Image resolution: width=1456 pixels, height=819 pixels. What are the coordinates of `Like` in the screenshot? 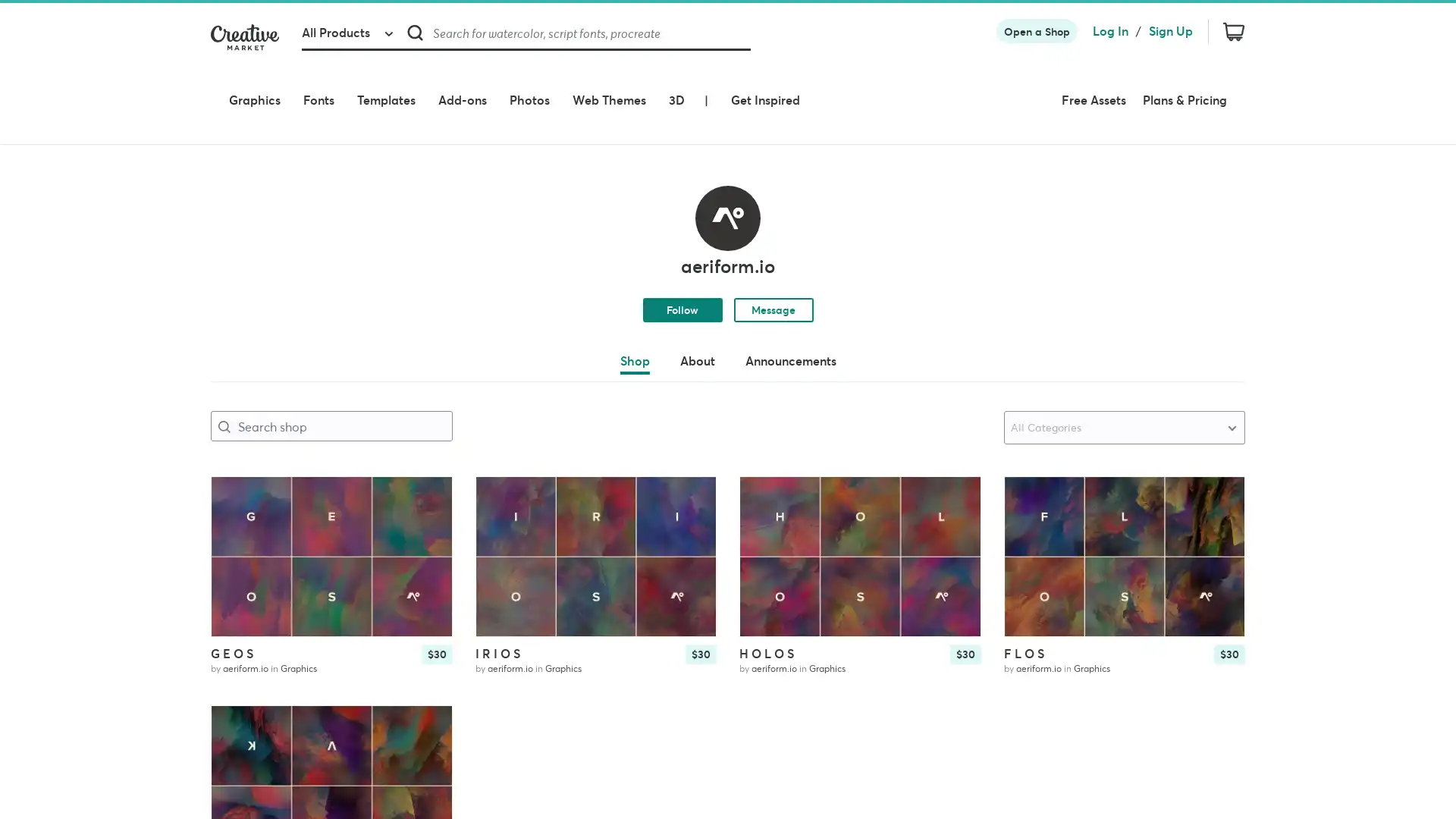 It's located at (426, 444).